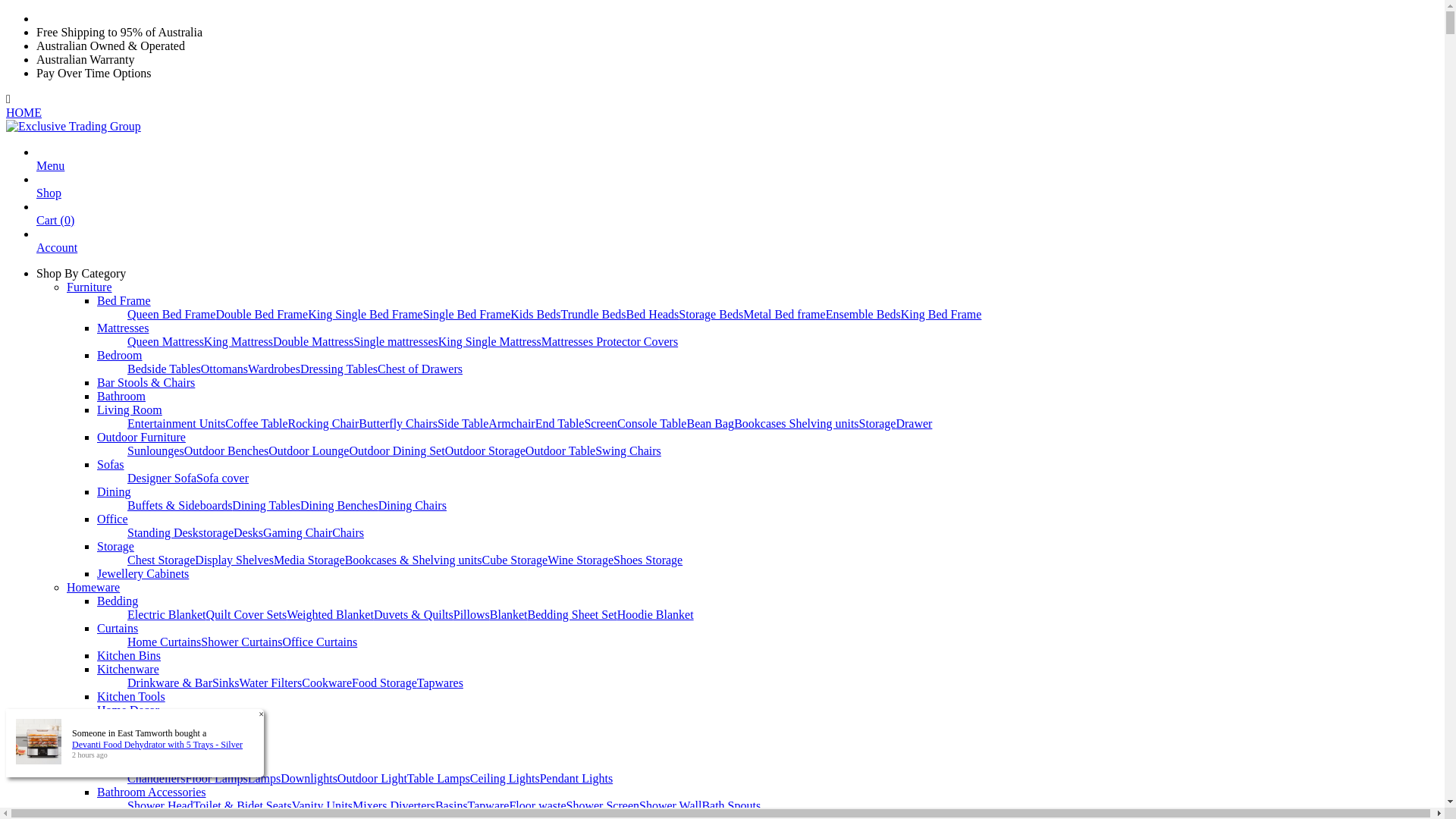 The image size is (1456, 819). Describe the element at coordinates (240, 642) in the screenshot. I see `'Shower Curtains'` at that location.